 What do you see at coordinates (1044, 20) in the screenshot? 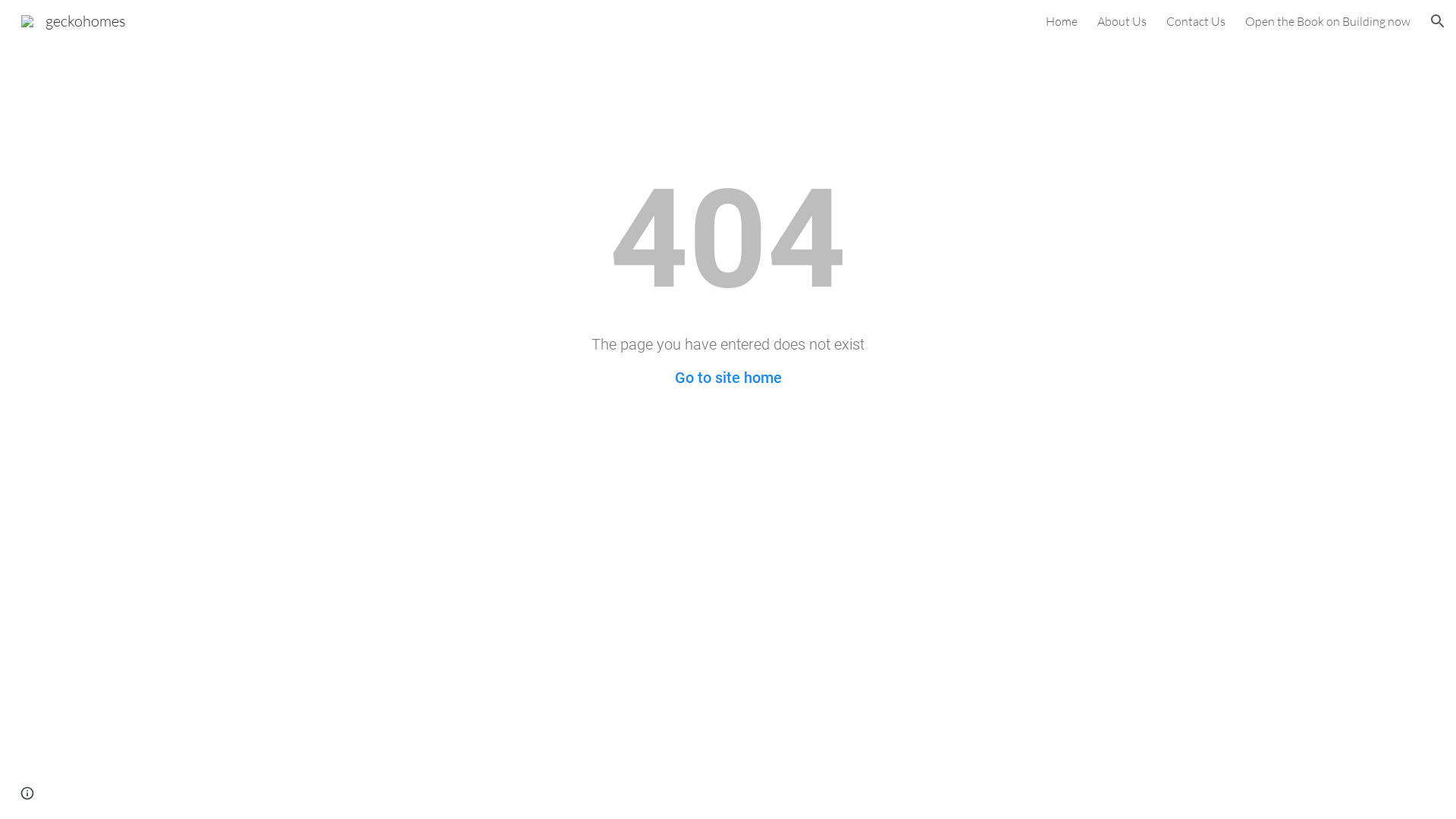
I see `'Home'` at bounding box center [1044, 20].